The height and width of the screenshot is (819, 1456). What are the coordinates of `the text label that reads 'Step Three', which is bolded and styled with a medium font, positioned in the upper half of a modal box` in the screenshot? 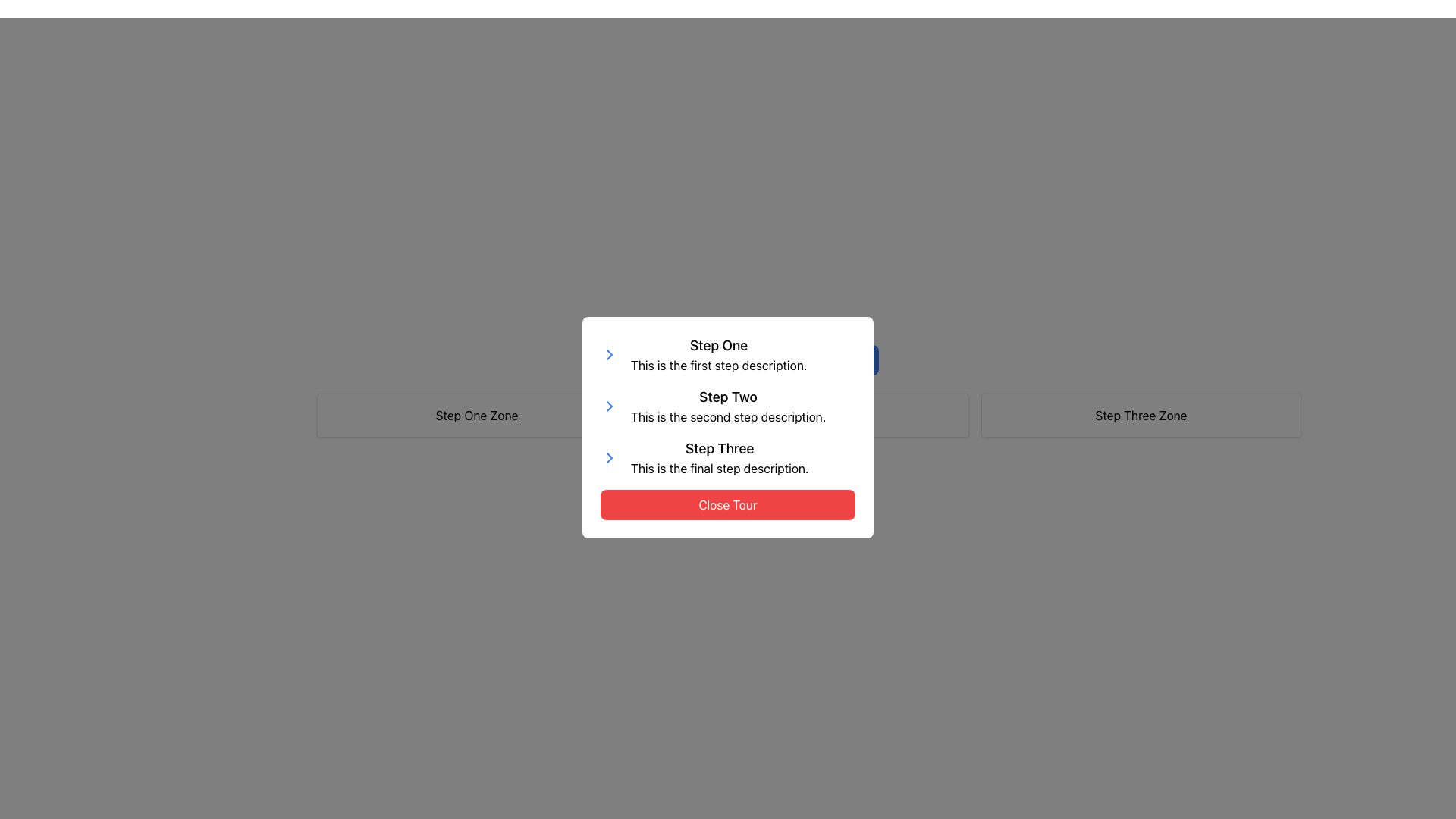 It's located at (719, 447).